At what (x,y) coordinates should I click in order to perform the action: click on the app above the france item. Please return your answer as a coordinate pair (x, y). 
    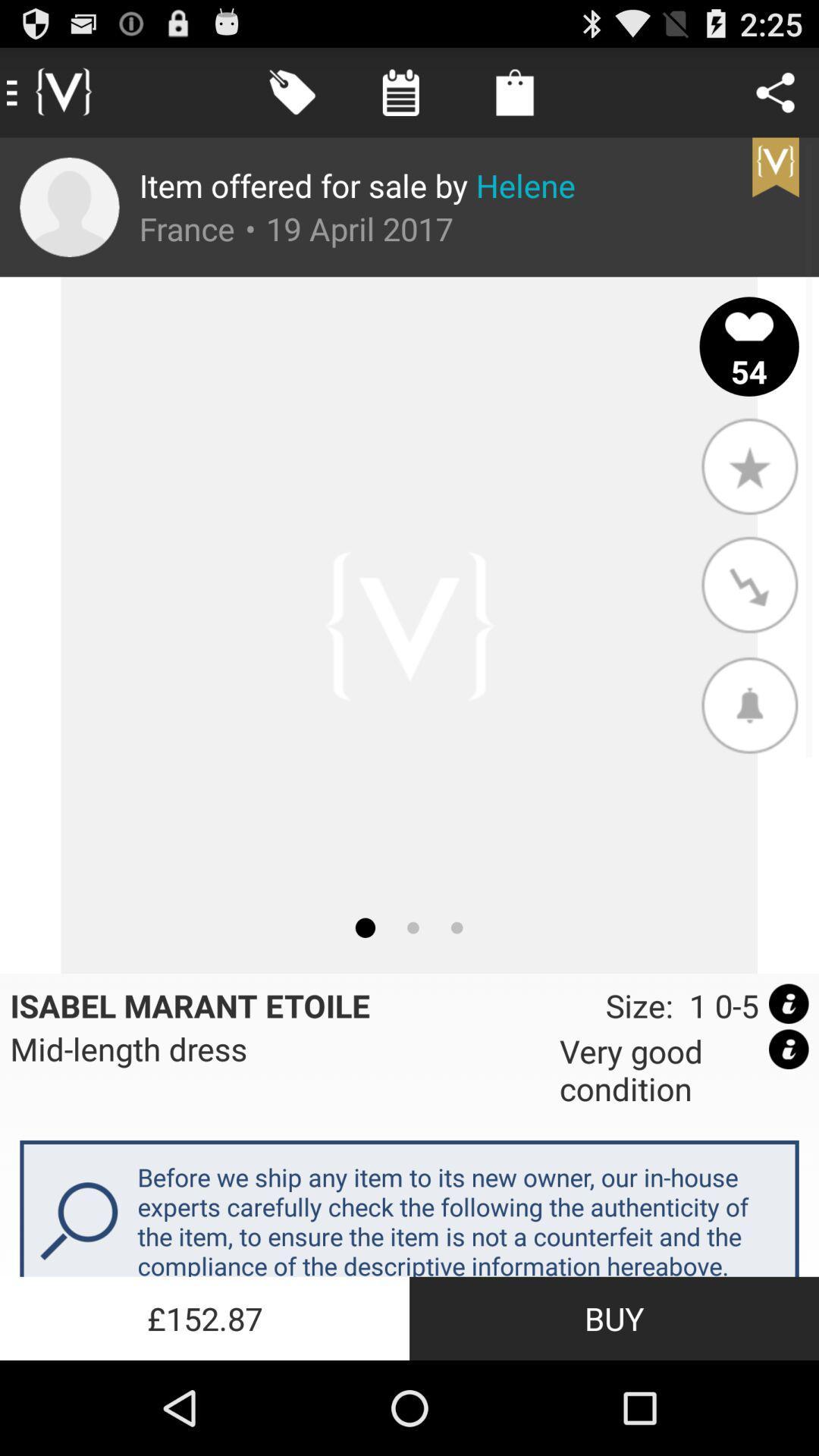
    Looking at the image, I should click on (357, 184).